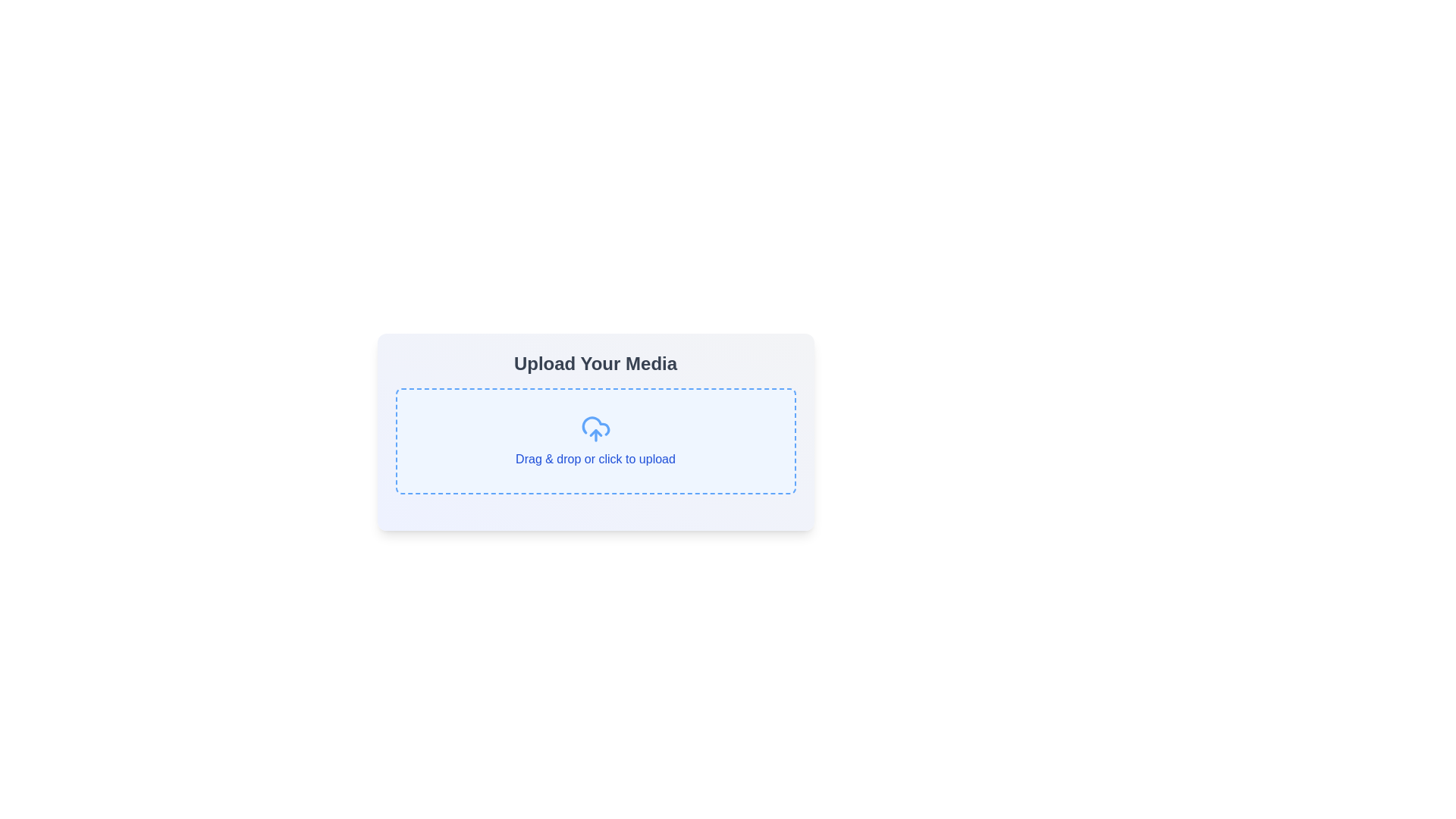 The height and width of the screenshot is (819, 1456). Describe the element at coordinates (595, 458) in the screenshot. I see `the text label reading 'Drag & drop or click to upload', which is styled in blue and located within a light blue box with dashed borders` at that location.